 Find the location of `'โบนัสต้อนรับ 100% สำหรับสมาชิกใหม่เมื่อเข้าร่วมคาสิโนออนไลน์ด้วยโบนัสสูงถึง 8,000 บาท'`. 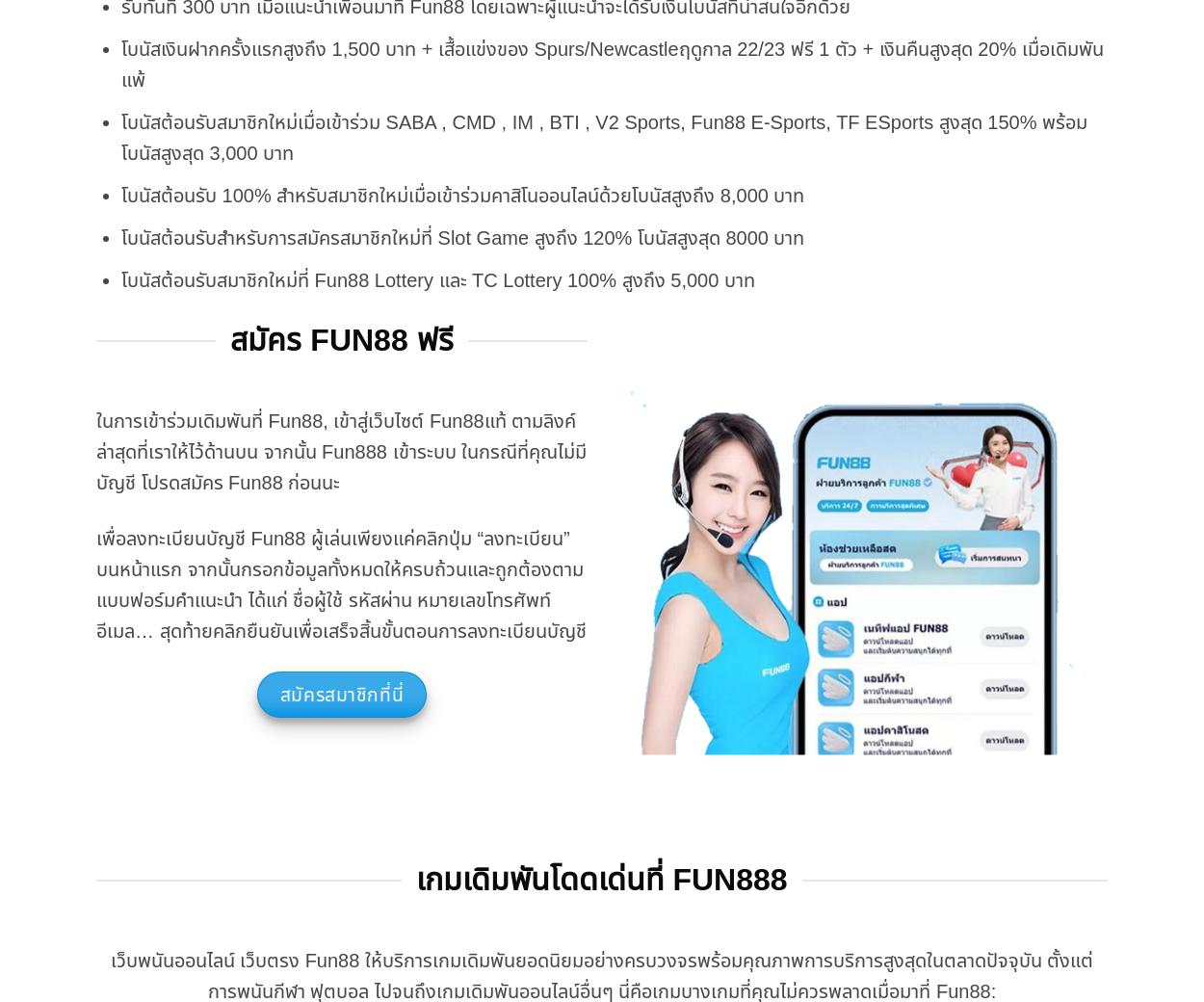

'โบนัสต้อนรับ 100% สำหรับสมาชิกใหม่เมื่อเข้าร่วมคาสิโนออนไลน์ด้วยโบนัสสูงถึง 8,000 บาท' is located at coordinates (461, 194).